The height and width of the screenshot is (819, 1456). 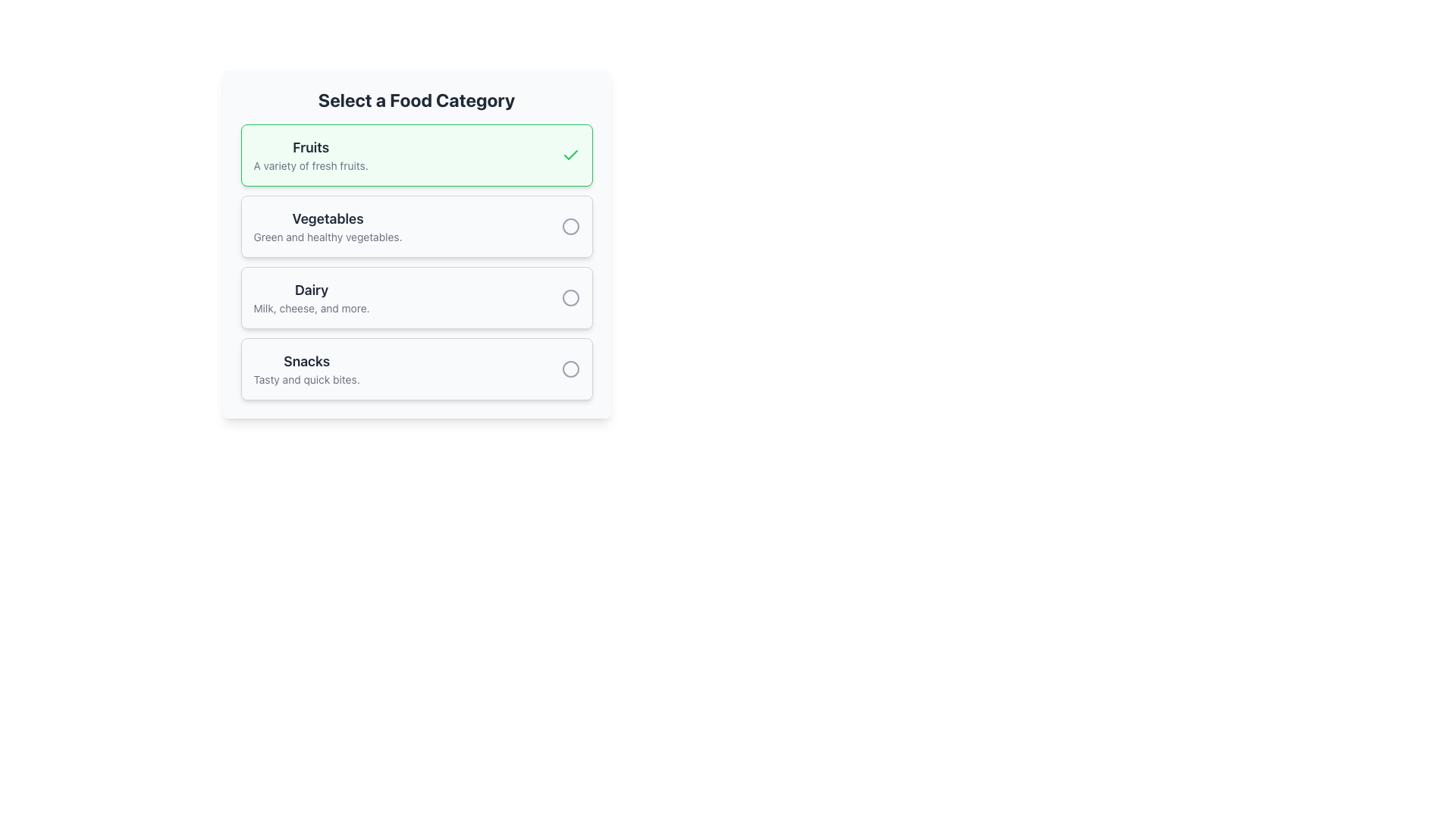 What do you see at coordinates (306, 379) in the screenshot?
I see `static text label that displays 'Tasty and quick bites.' located below the 'Snacks' heading` at bounding box center [306, 379].